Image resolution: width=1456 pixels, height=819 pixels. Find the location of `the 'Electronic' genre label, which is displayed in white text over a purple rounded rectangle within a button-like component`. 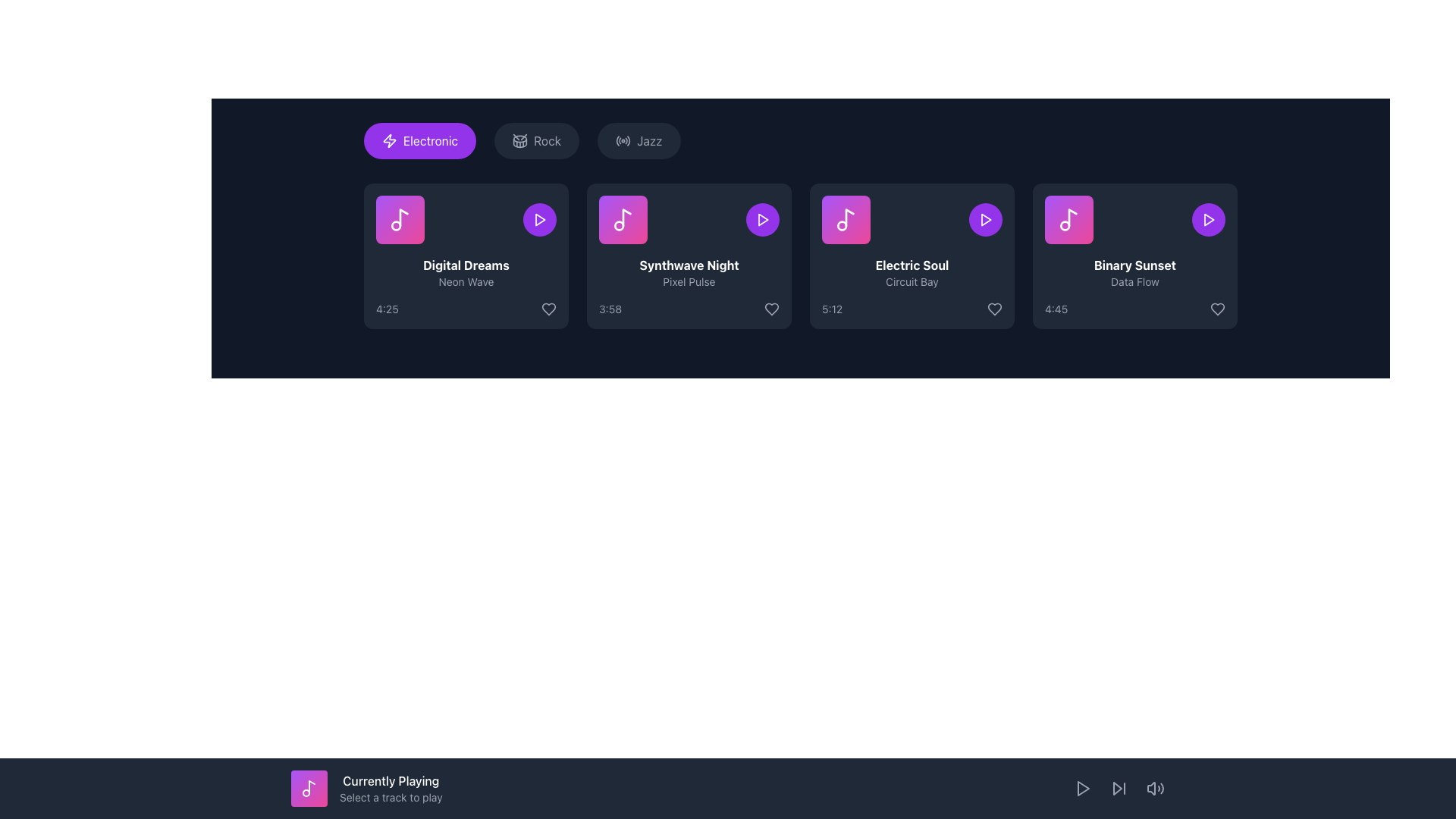

the 'Electronic' genre label, which is displayed in white text over a purple rounded rectangle within a button-like component is located at coordinates (429, 140).